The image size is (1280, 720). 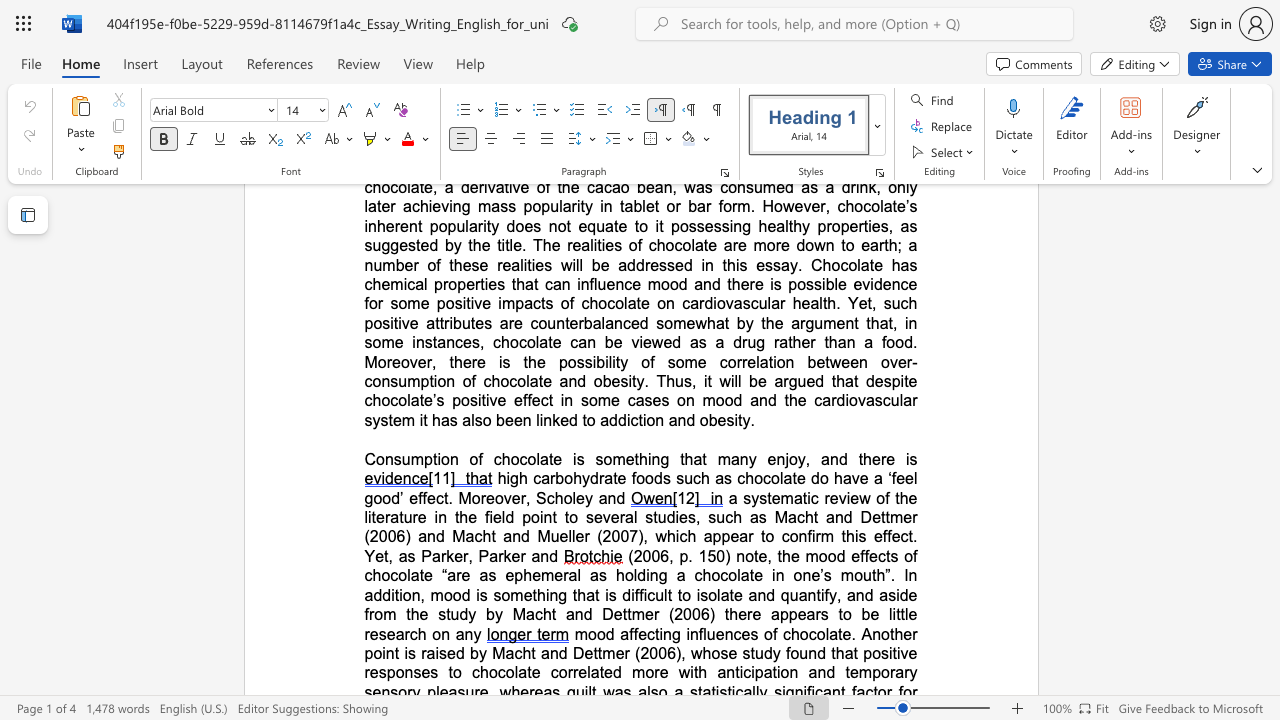 What do you see at coordinates (571, 497) in the screenshot?
I see `the subset text "le" within the text "high carbohydrate foods such as chocolate do have a ‘feel good’ effect. Moreover, Scholey and"` at bounding box center [571, 497].